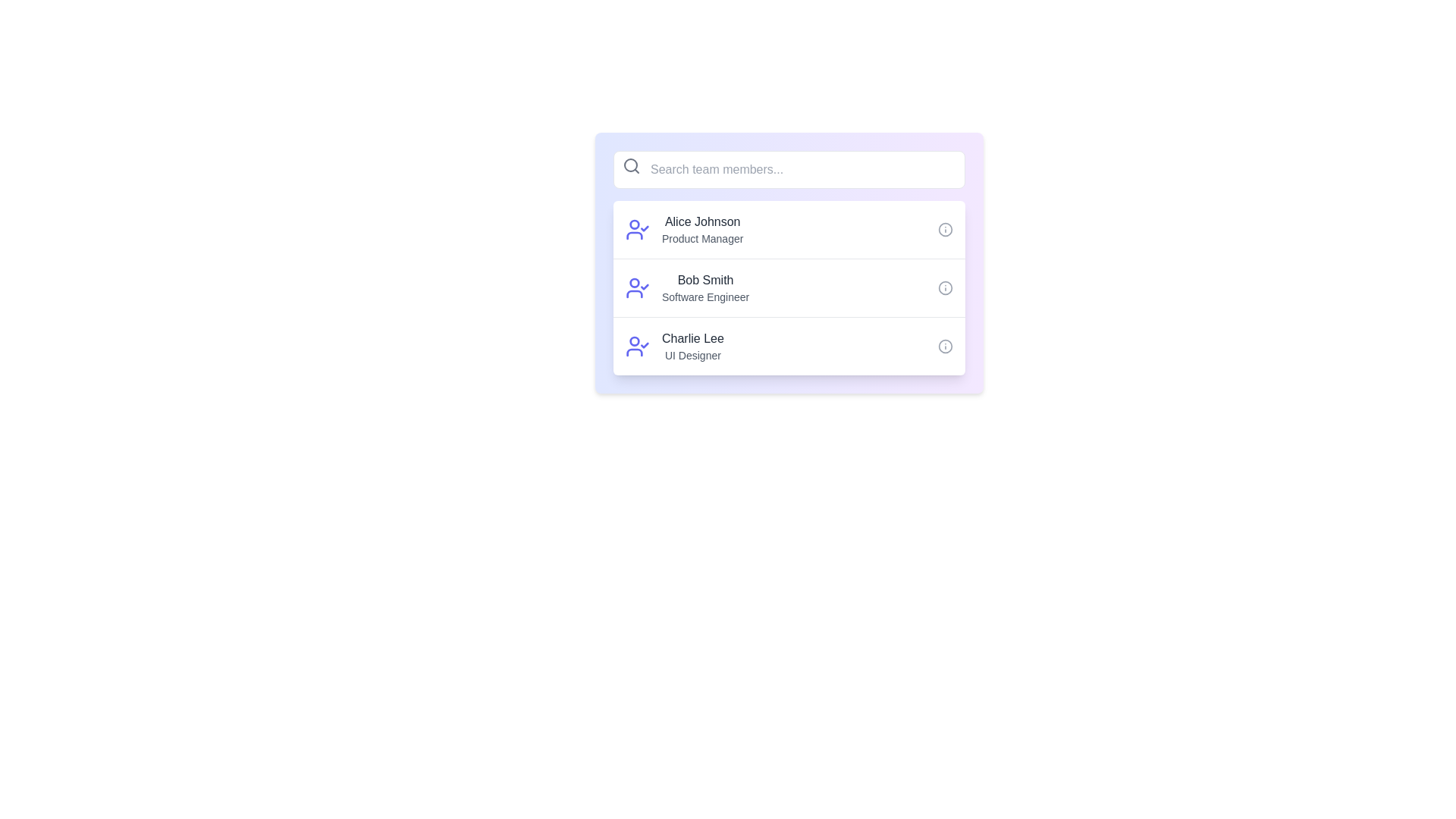 The width and height of the screenshot is (1456, 819). Describe the element at coordinates (701, 230) in the screenshot. I see `the text block displaying 'Alice Johnson' and 'Product Manager', which is positioned between a user icon with a checkmark on the left and an information icon on the right` at that location.